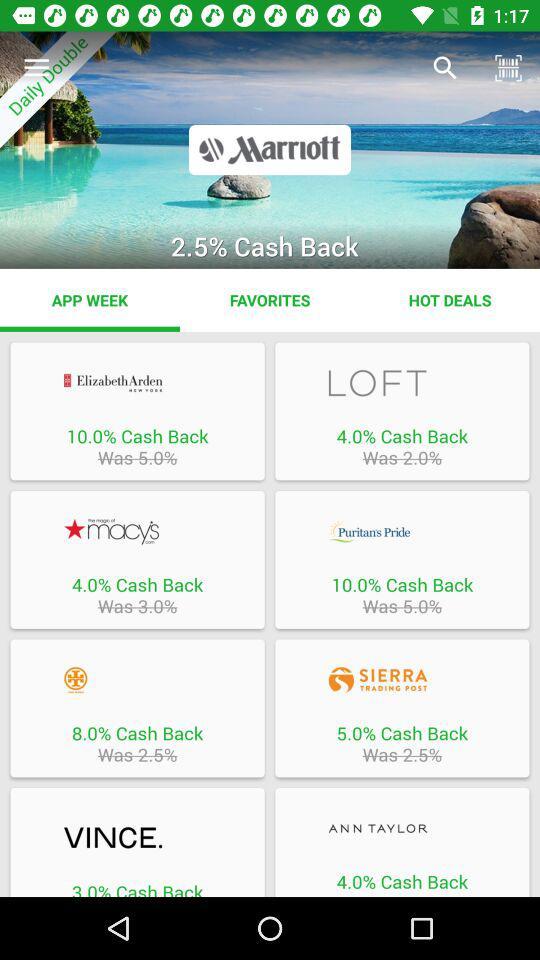  What do you see at coordinates (89, 299) in the screenshot?
I see `the app week app` at bounding box center [89, 299].